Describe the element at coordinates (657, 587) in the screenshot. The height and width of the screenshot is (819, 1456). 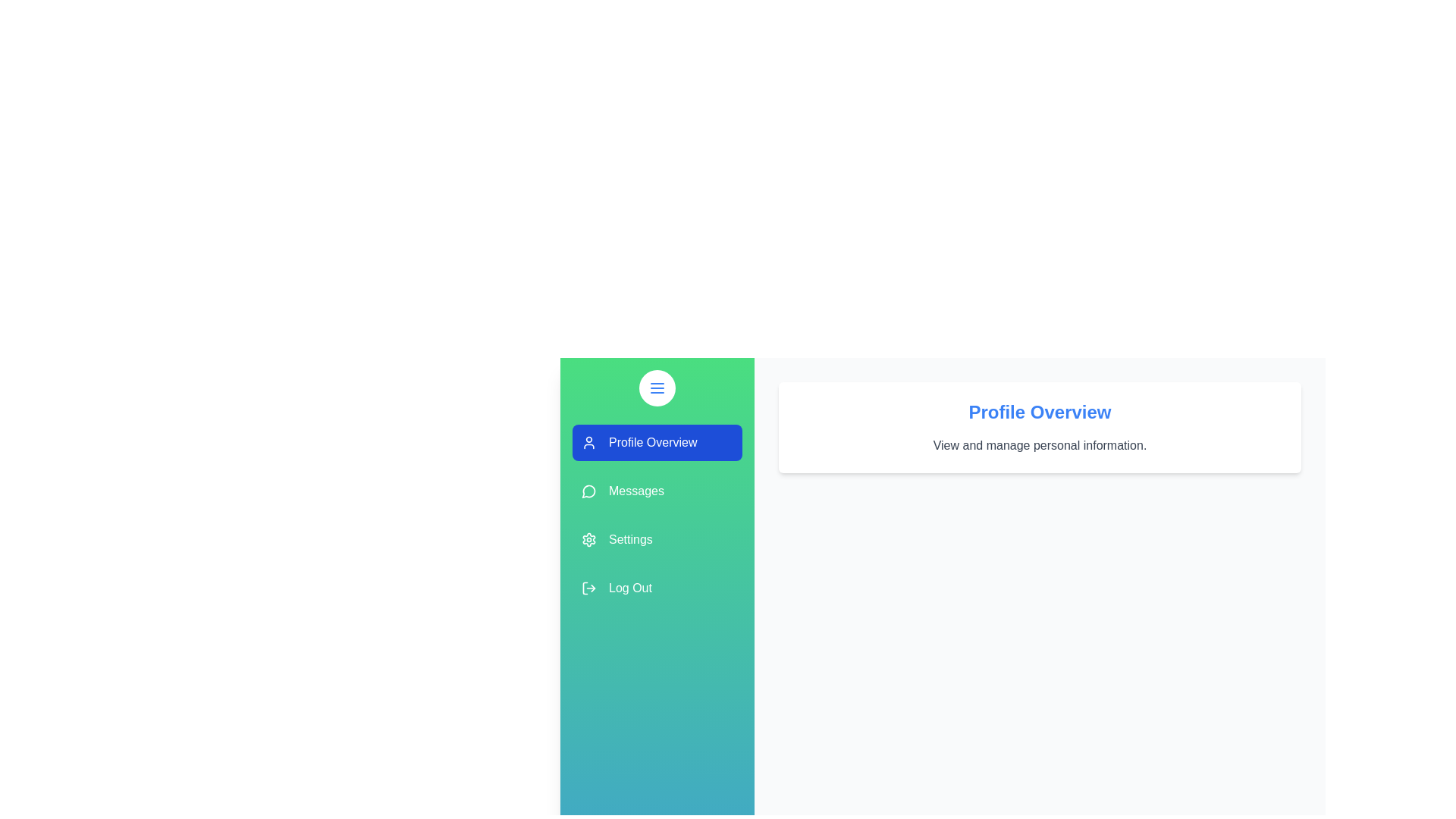
I see `the section Log Out by clicking on its corresponding area` at that location.